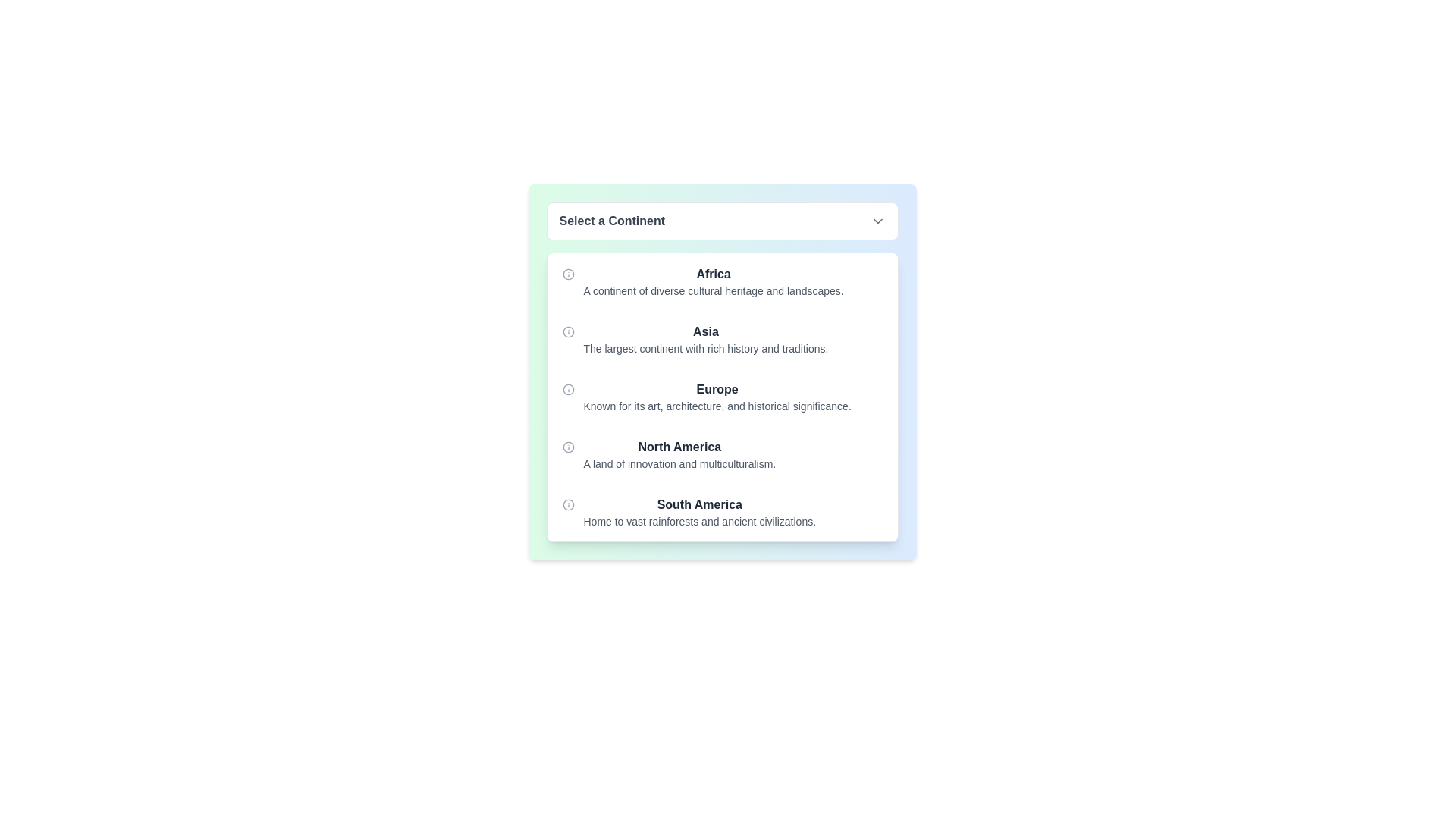  I want to click on the text label that states 'Home to vast rainforests and ancient civilizations.' located below the heading 'South America', so click(698, 520).